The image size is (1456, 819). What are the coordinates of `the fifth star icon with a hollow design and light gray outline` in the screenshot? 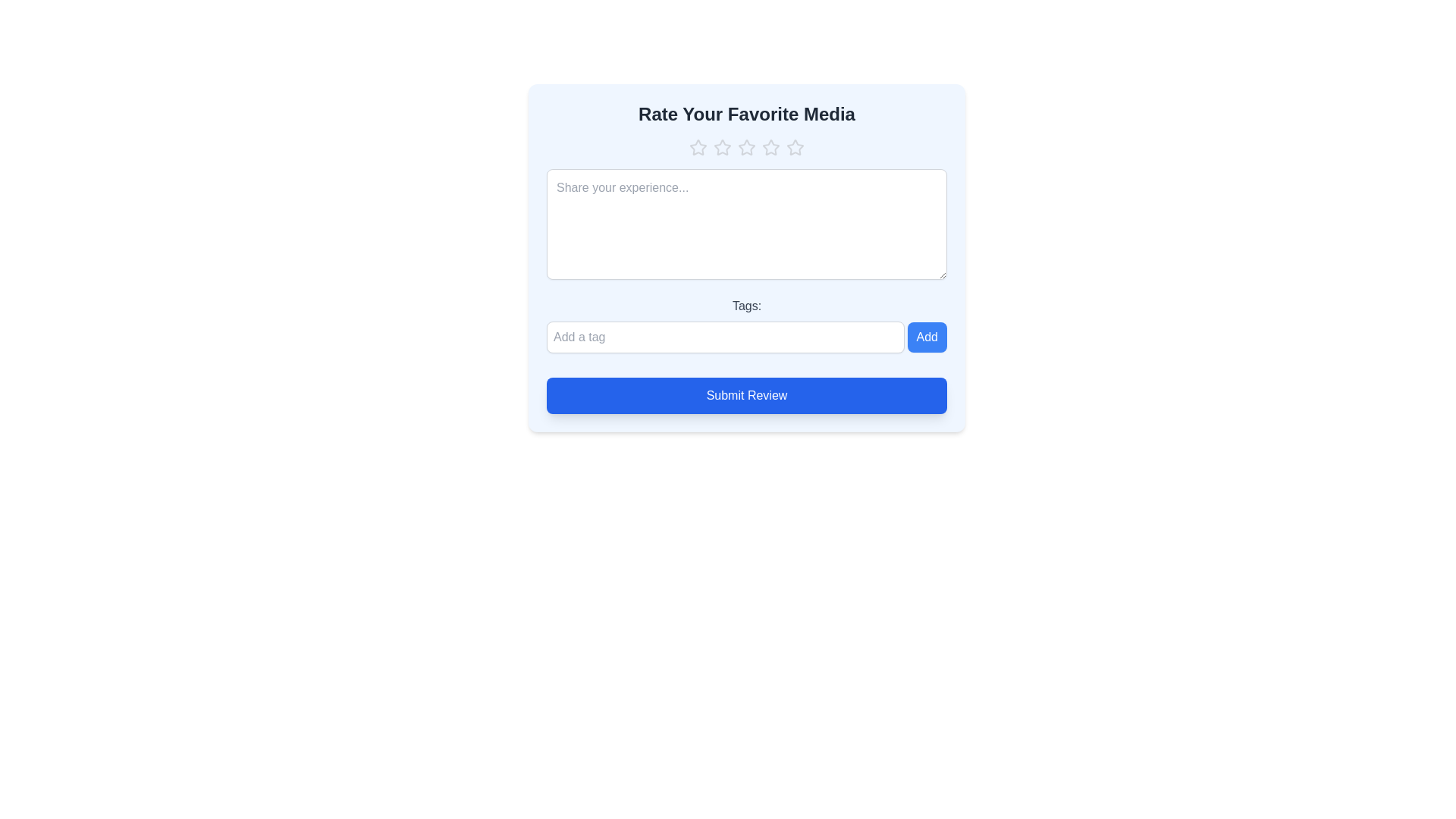 It's located at (793, 146).